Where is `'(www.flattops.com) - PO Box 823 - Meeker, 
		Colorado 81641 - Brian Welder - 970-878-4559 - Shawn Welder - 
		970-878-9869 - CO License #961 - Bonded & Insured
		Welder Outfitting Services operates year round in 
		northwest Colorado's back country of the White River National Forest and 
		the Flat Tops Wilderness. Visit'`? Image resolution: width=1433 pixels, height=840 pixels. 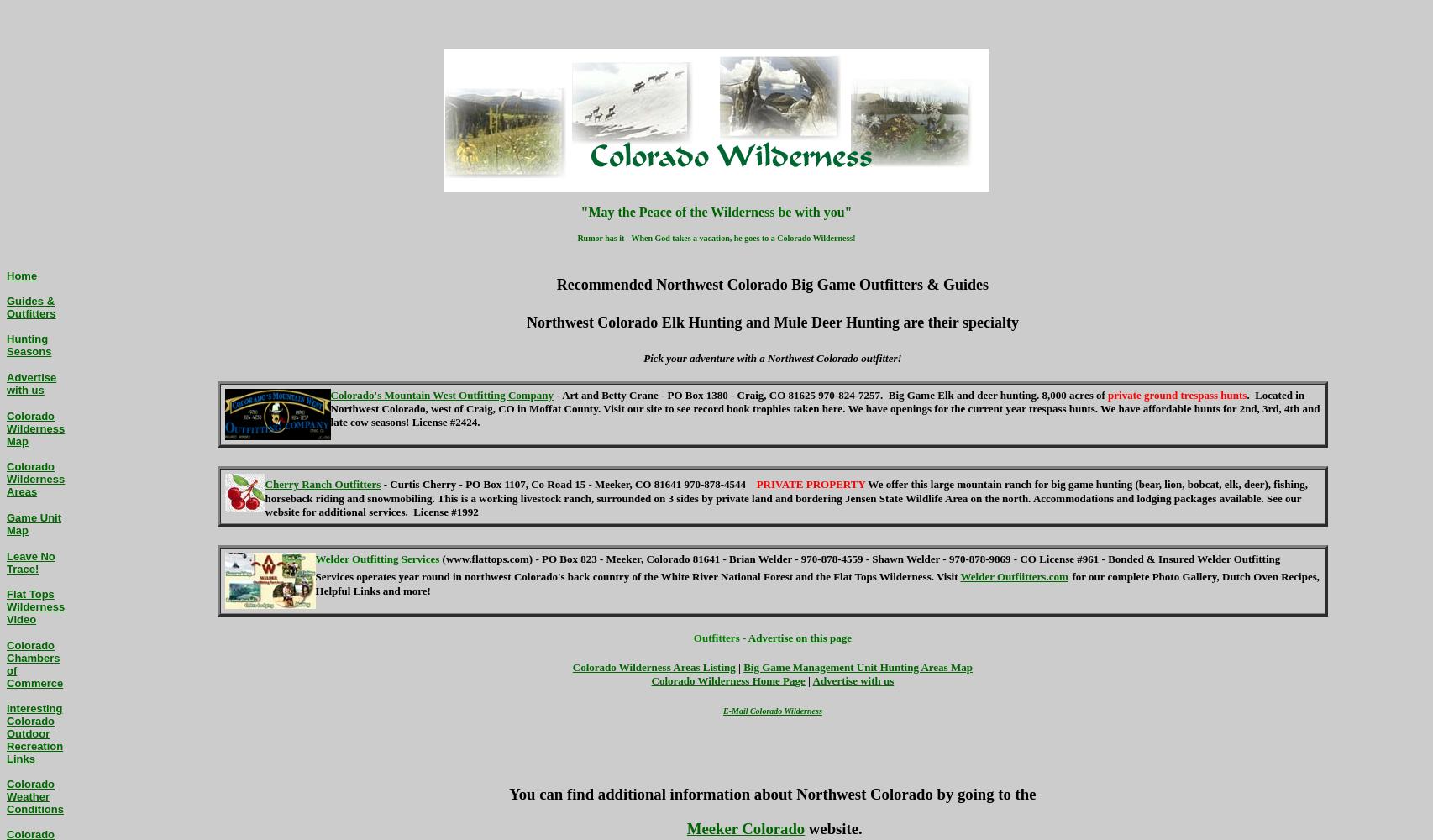
'(www.flattops.com) - PO Box 823 - Meeker, 
		Colorado 81641 - Brian Welder - 970-878-4559 - Shawn Welder - 
		970-878-9869 - CO License #961 - Bonded & Insured
		Welder Outfitting Services operates year round in 
		northwest Colorado's back country of the White River National Forest and 
		the Flat Tops Wilderness. Visit' is located at coordinates (797, 567).